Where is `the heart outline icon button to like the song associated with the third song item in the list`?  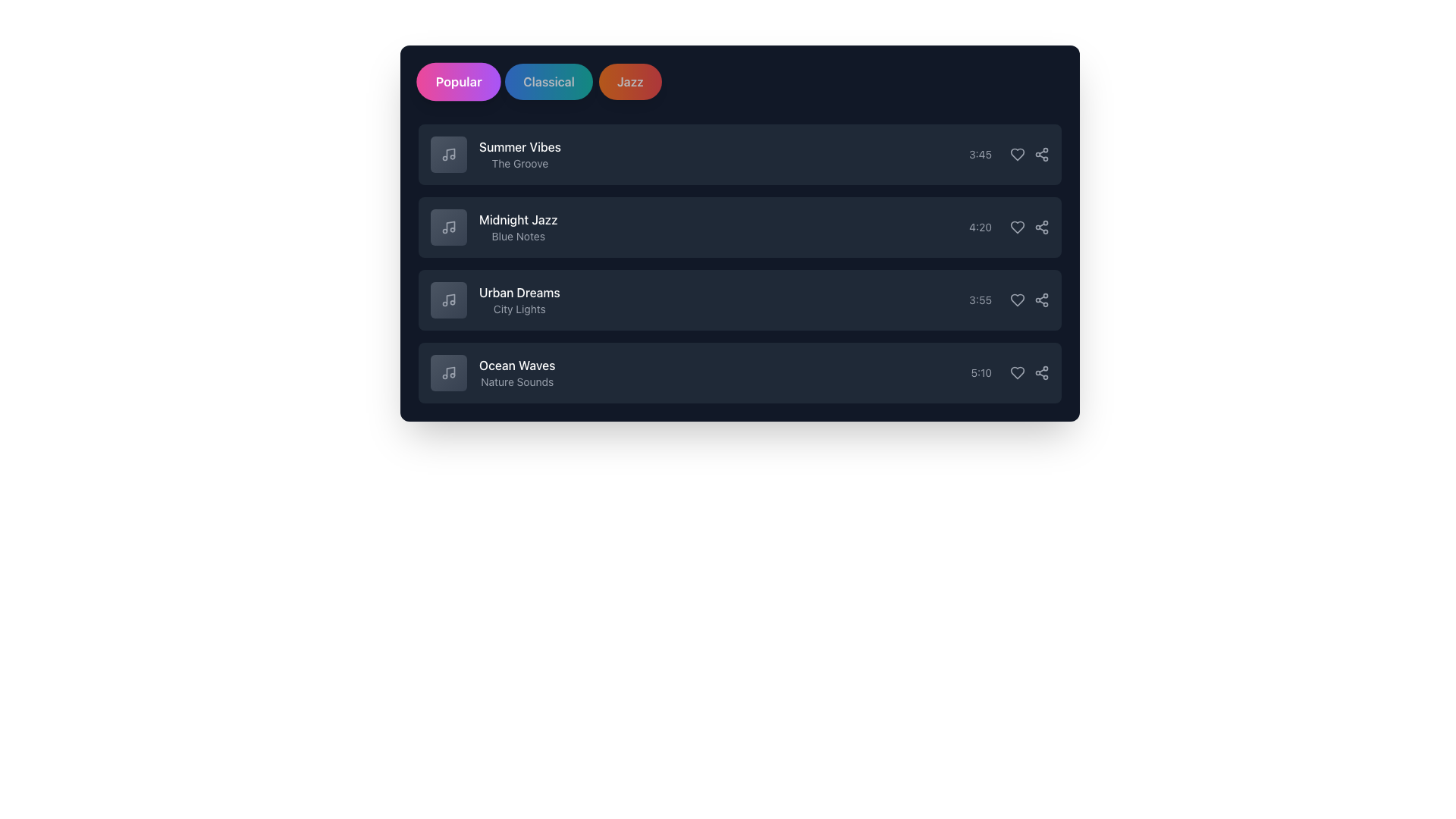 the heart outline icon button to like the song associated with the third song item in the list is located at coordinates (1018, 300).